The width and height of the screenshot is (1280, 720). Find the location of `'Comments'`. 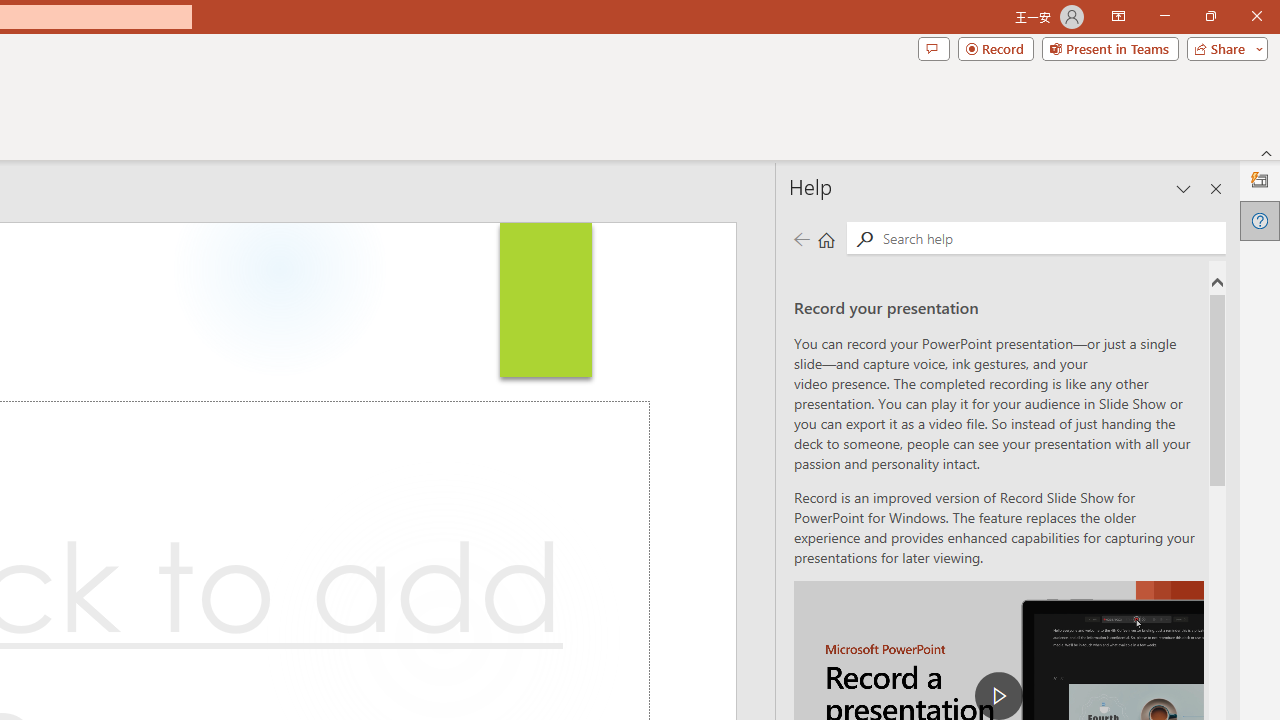

'Comments' is located at coordinates (932, 47).